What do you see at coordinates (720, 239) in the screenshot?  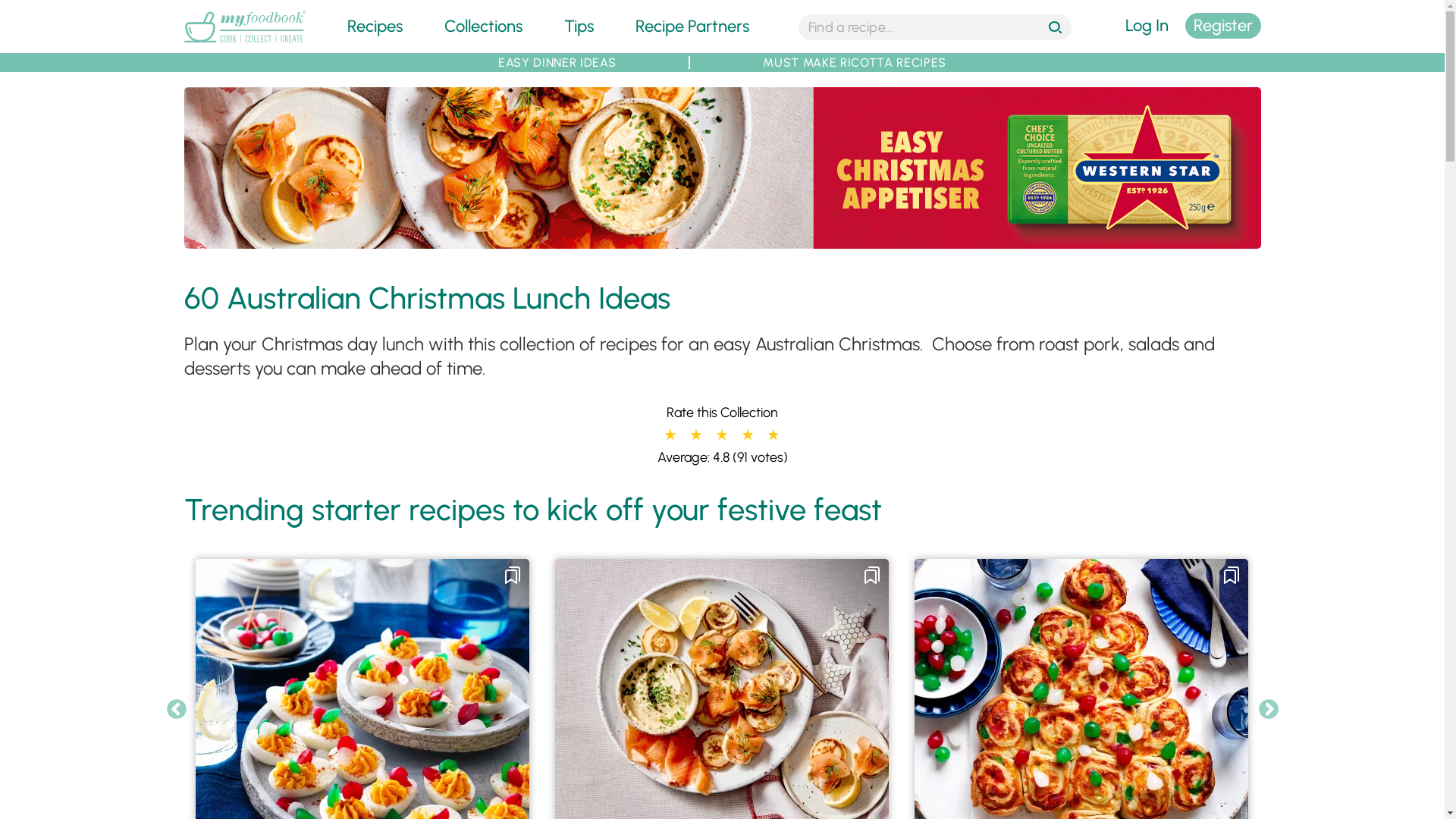 I see `'How to make Blini and whipped butter'` at bounding box center [720, 239].